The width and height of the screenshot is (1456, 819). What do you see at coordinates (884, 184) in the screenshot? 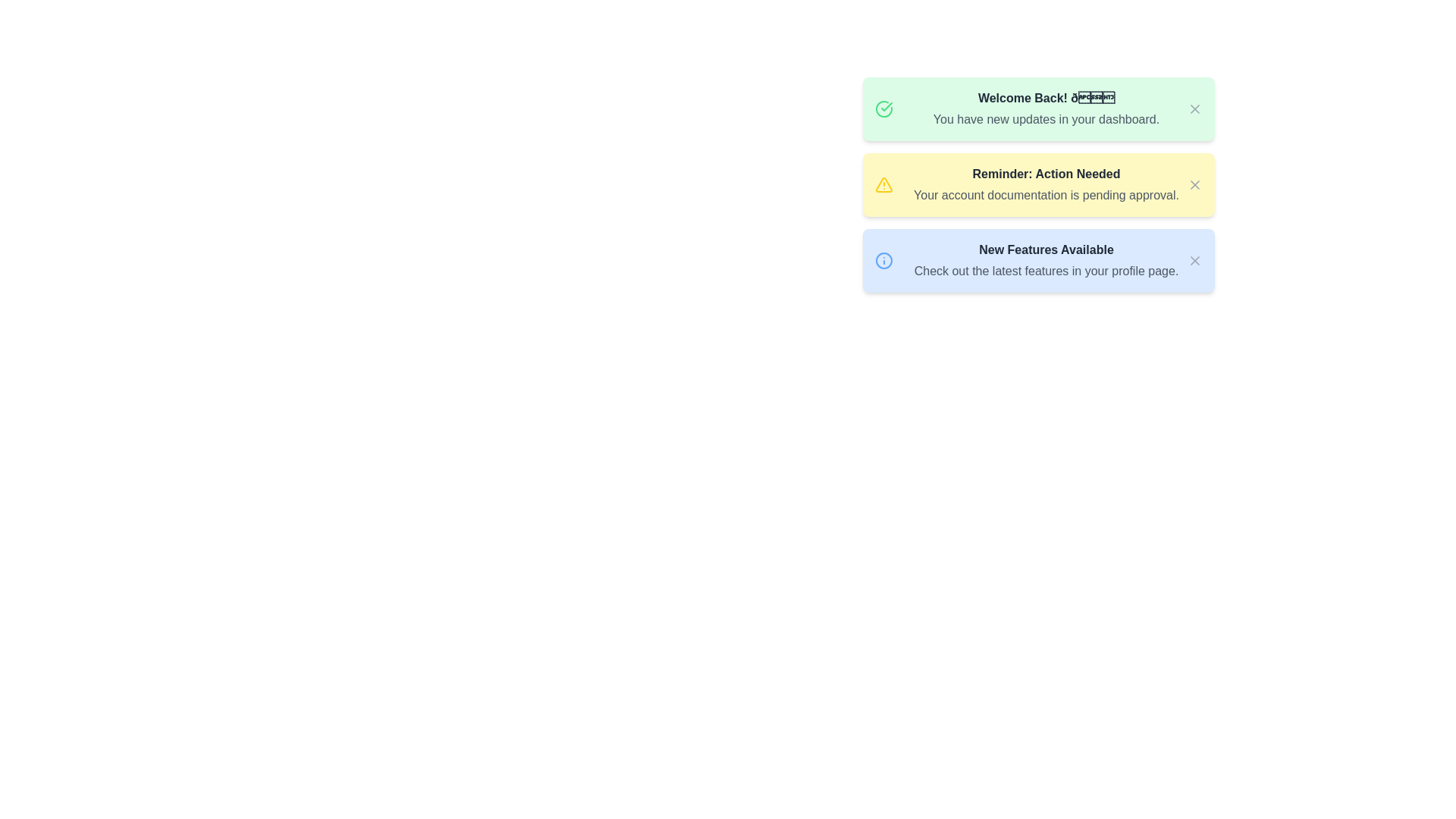
I see `the triangular warning icon with a yellow border, which contains an exclamation mark and is located beside the title text 'Reminder: Action Needed'` at bounding box center [884, 184].